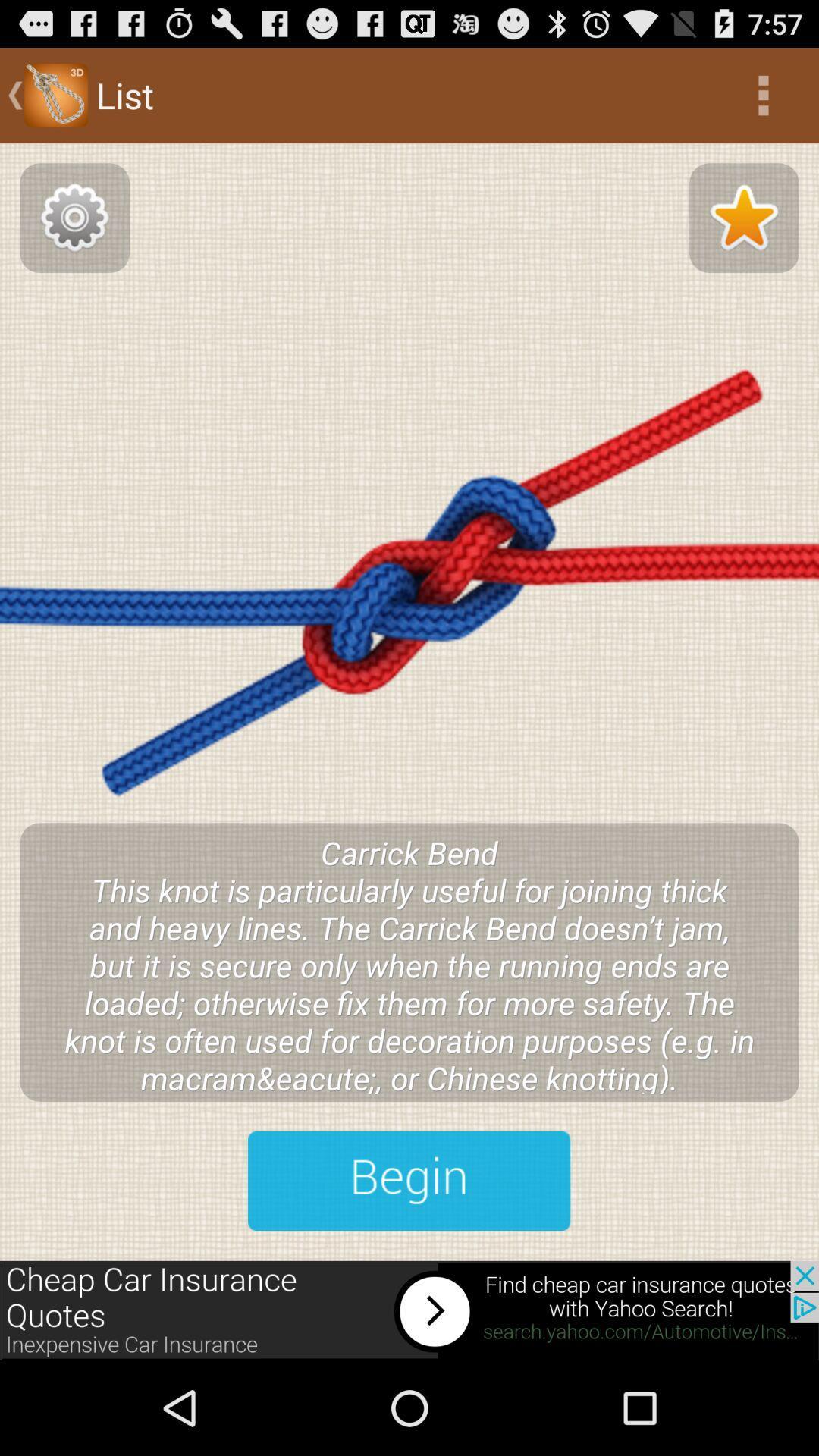 The image size is (819, 1456). I want to click on favorite, so click(743, 217).